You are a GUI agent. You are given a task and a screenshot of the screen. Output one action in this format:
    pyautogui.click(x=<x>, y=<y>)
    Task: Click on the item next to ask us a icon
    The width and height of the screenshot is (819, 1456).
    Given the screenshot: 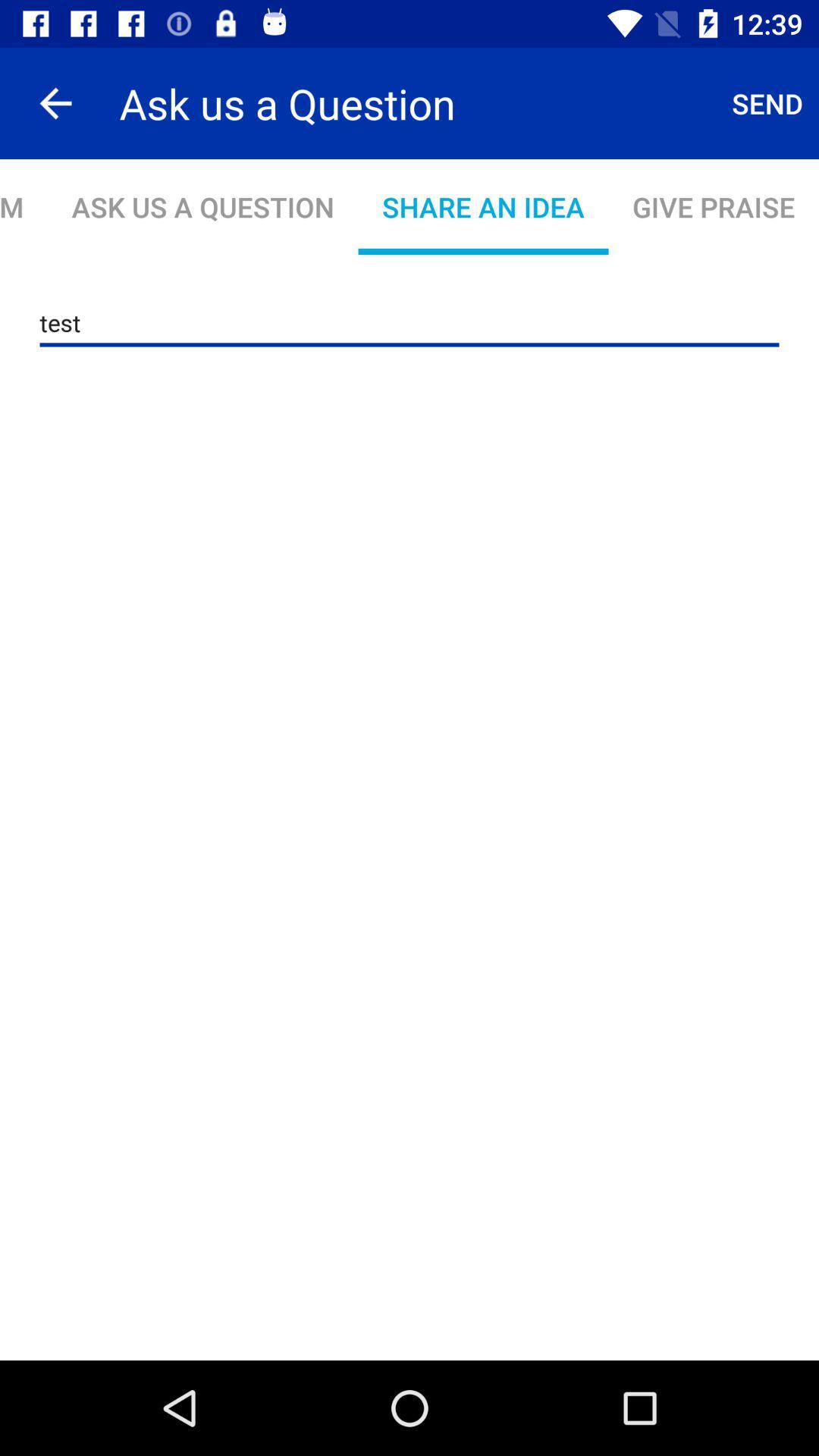 What is the action you would take?
    pyautogui.click(x=767, y=102)
    